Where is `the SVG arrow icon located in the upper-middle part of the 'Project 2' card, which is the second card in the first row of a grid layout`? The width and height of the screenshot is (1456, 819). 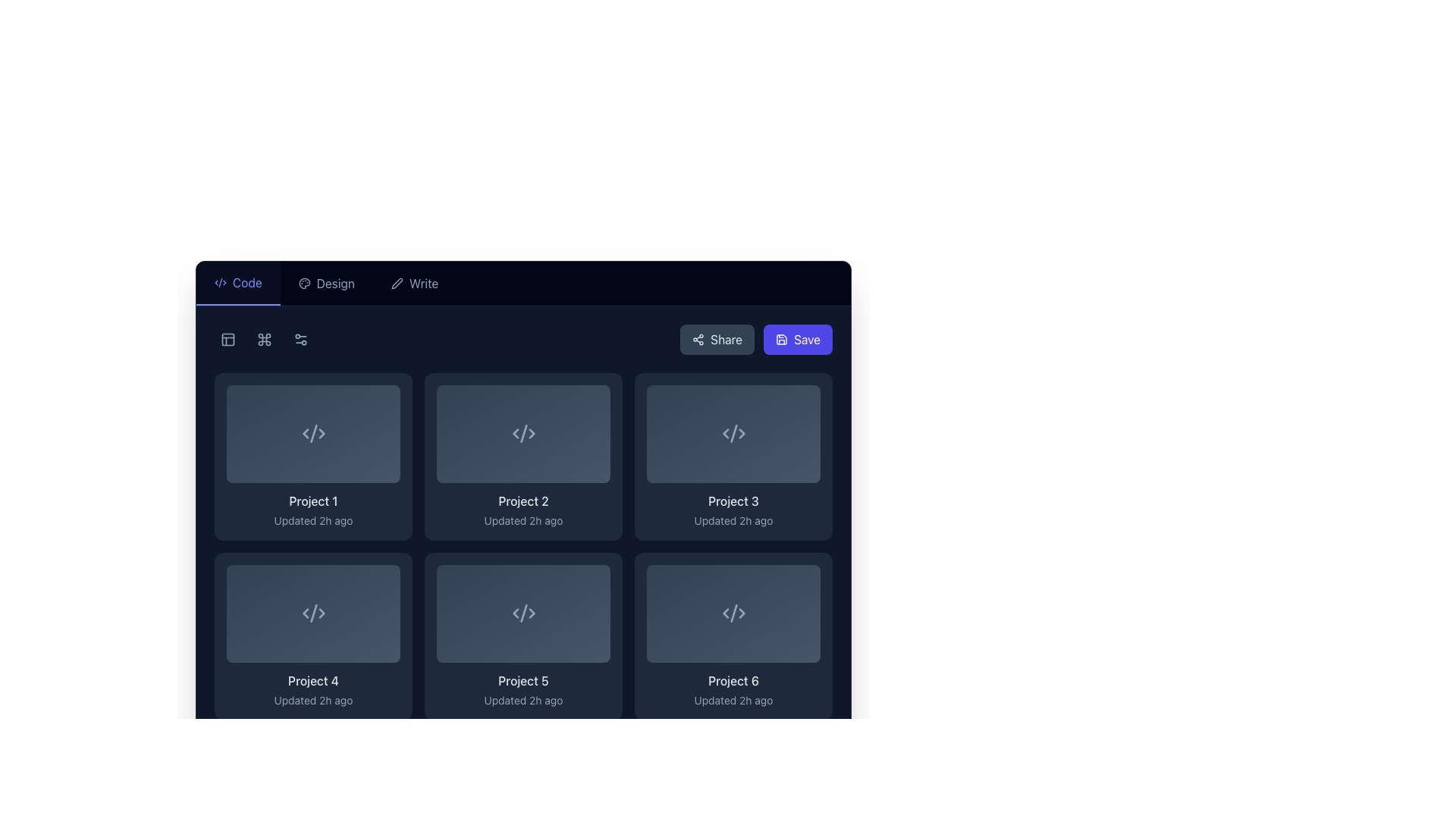
the SVG arrow icon located in the upper-middle part of the 'Project 2' card, which is the second card in the first row of a grid layout is located at coordinates (532, 434).